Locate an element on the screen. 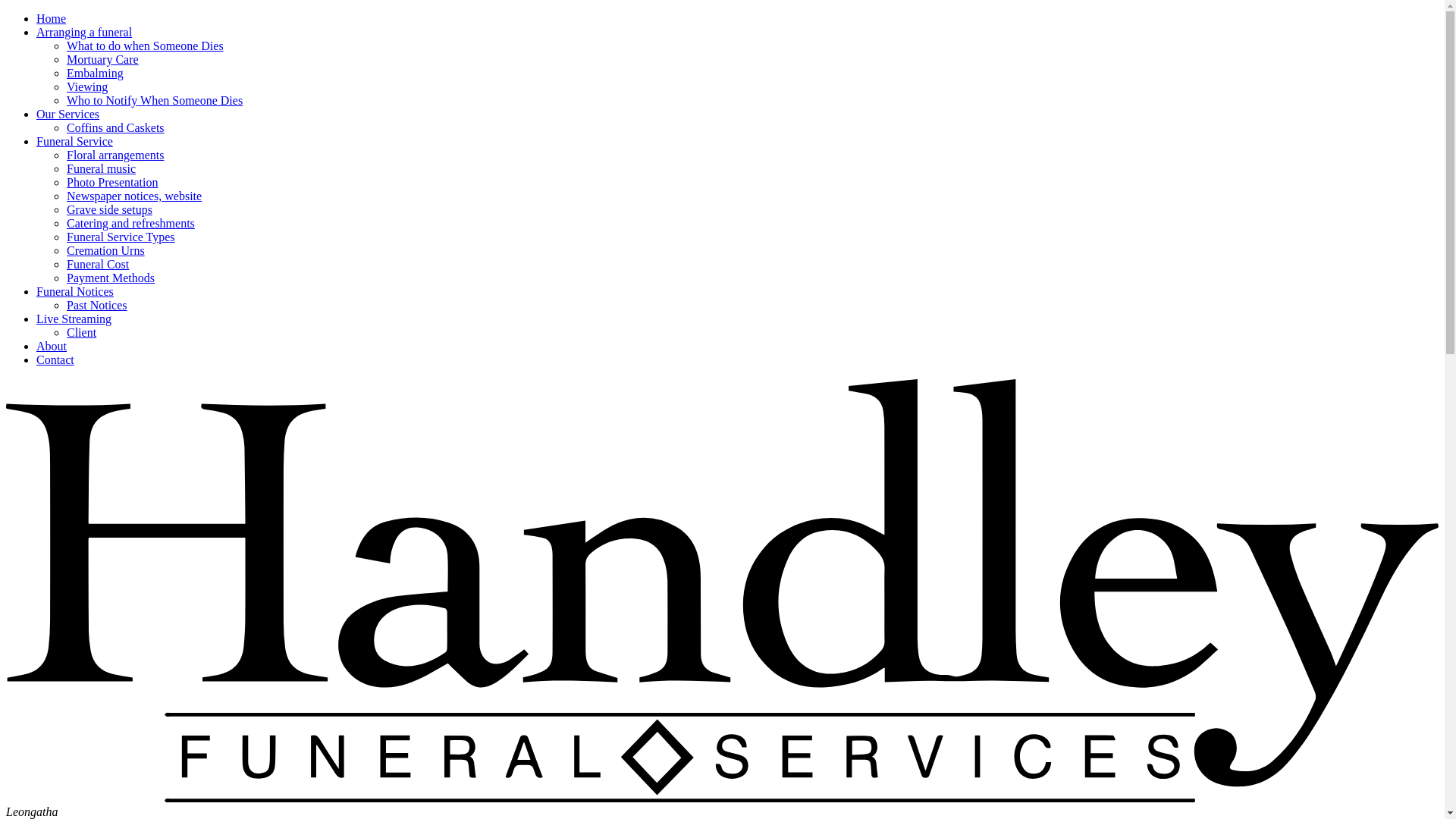 This screenshot has height=819, width=1456. 'Past Notices' is located at coordinates (96, 305).